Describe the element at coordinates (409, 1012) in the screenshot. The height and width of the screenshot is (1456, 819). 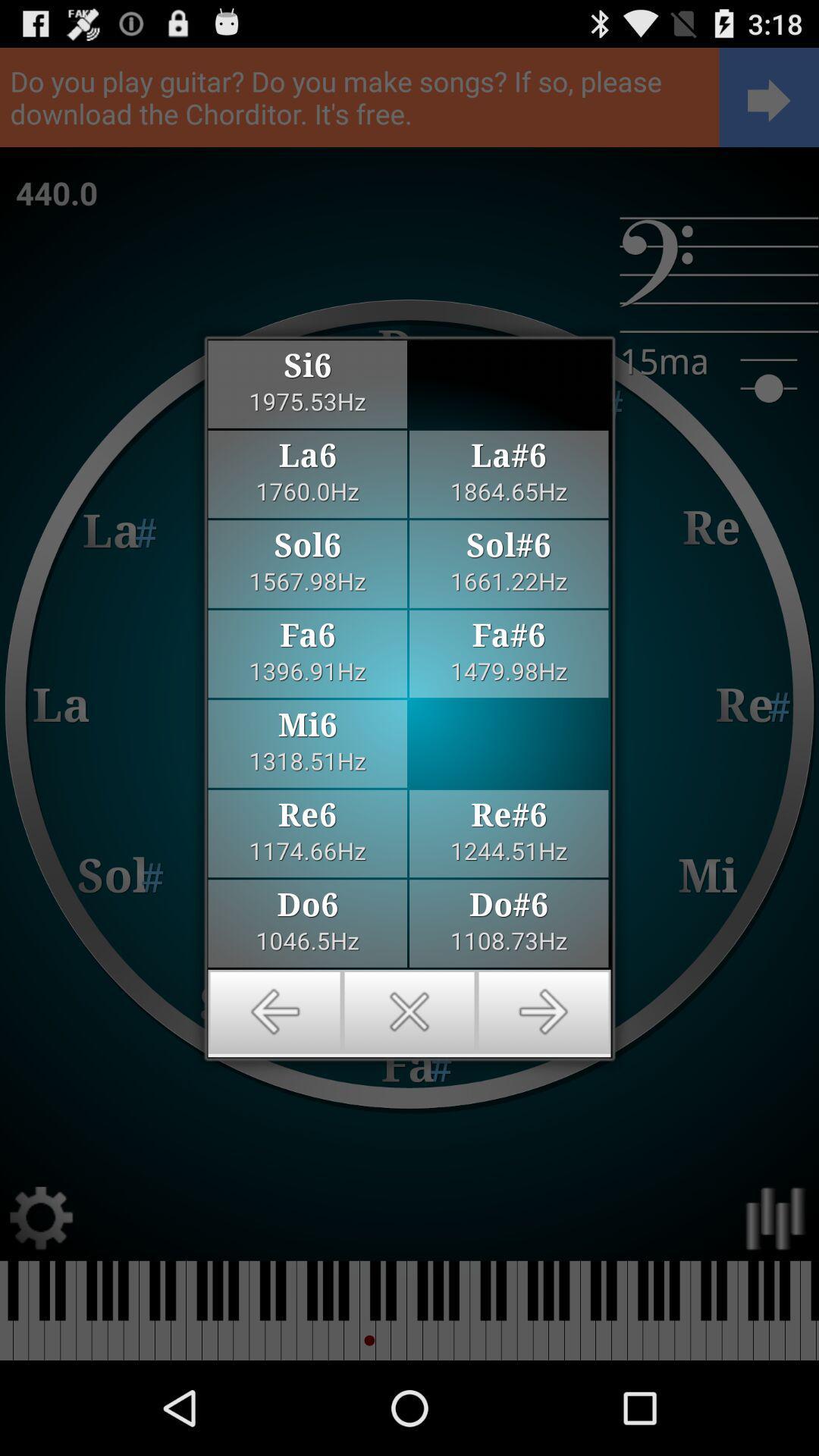
I see `exit the page` at that location.